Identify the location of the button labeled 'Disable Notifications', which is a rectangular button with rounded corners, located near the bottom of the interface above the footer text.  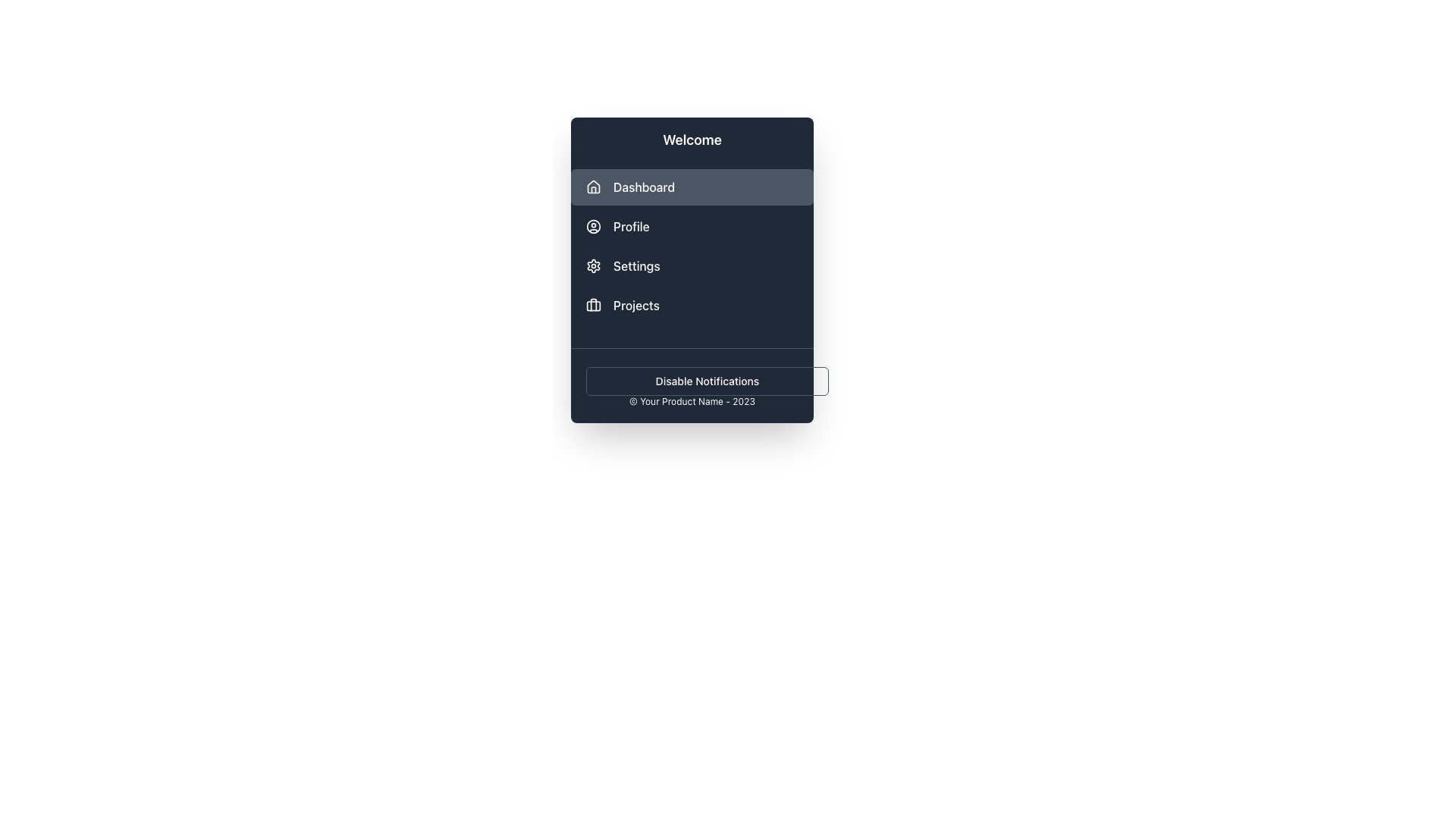
(691, 372).